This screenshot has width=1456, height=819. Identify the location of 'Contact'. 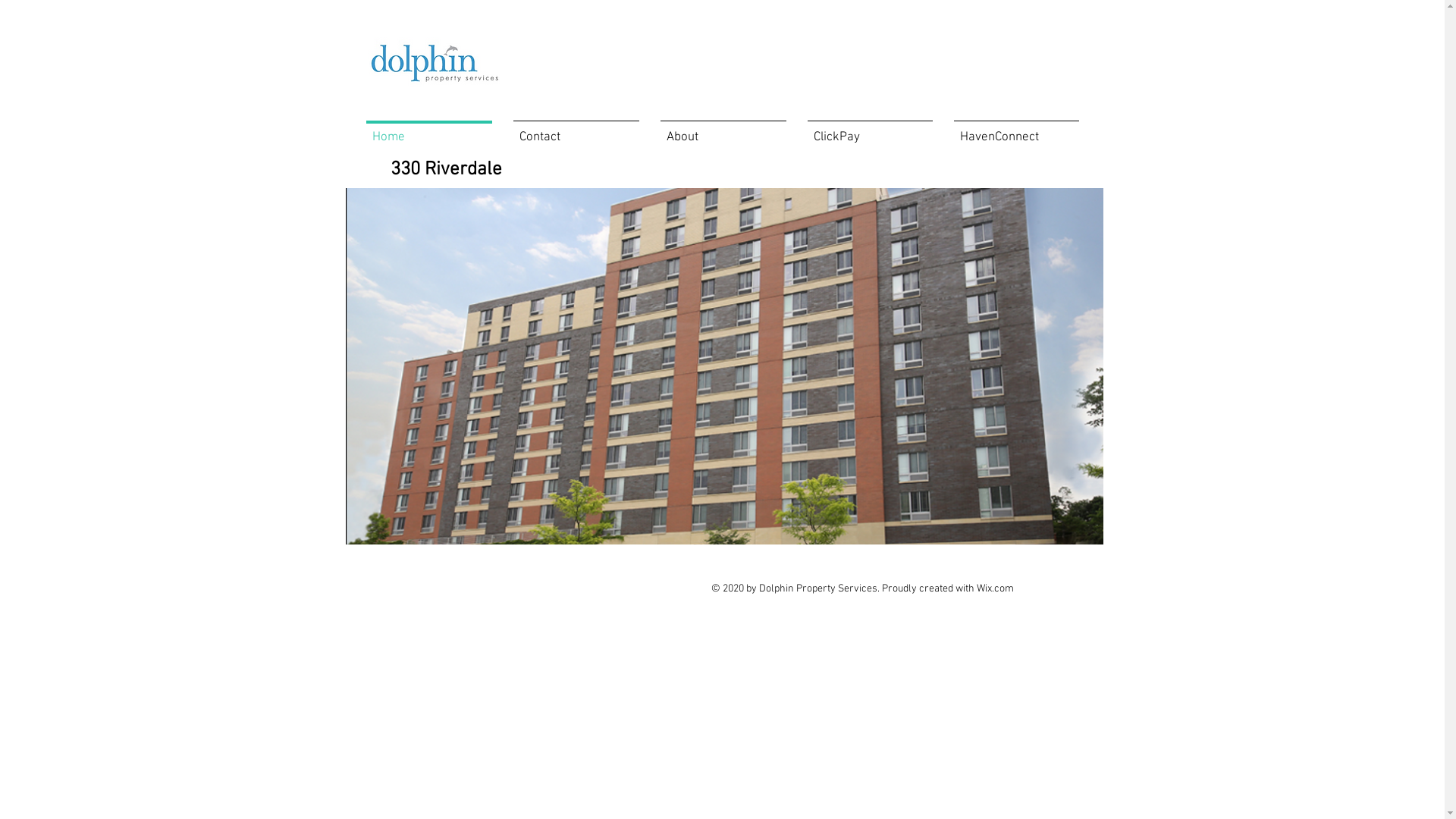
(574, 130).